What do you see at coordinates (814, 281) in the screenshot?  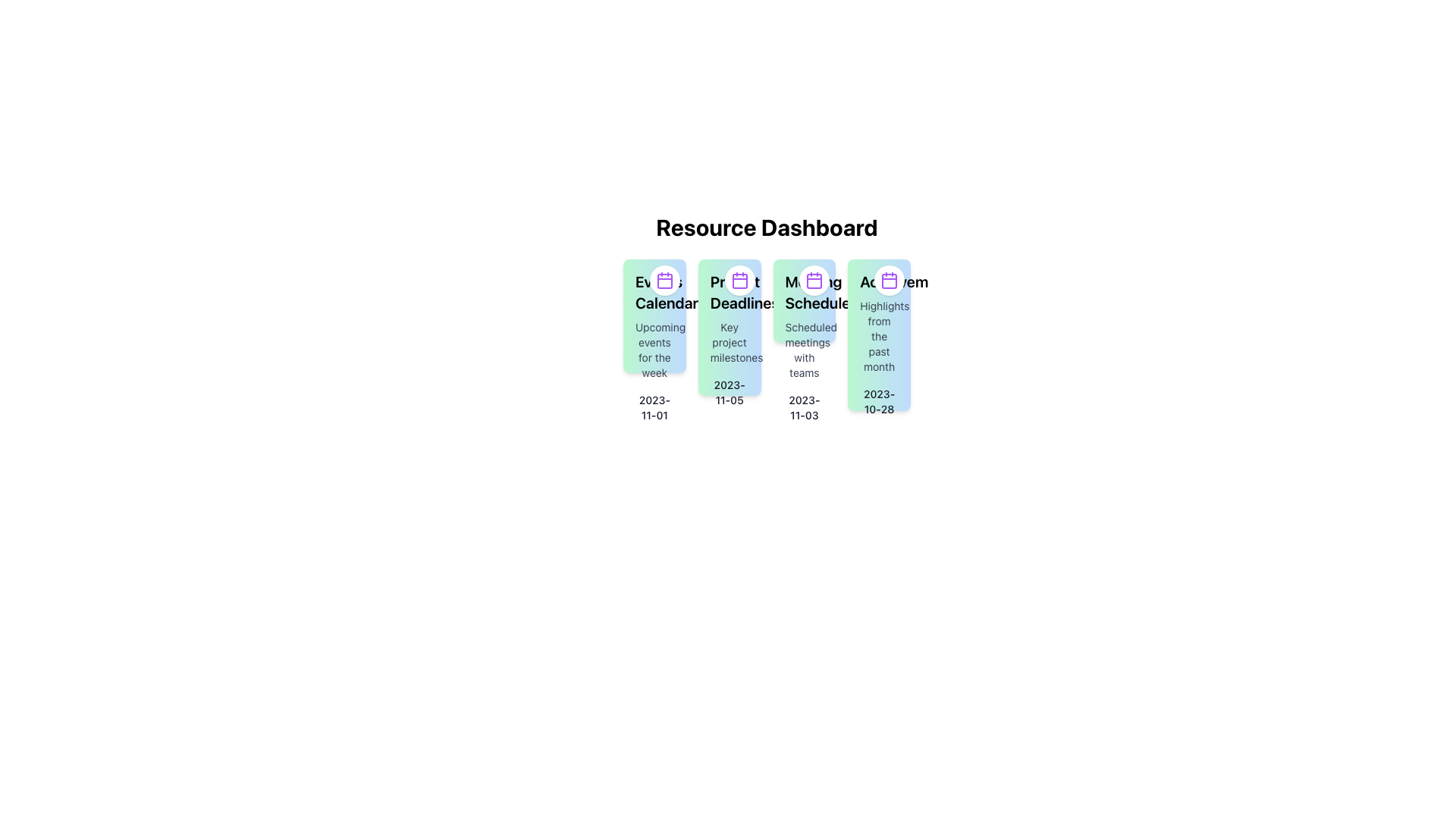 I see `the calendar icon located at the top-right corner of the 'Meeting Schedules' card` at bounding box center [814, 281].